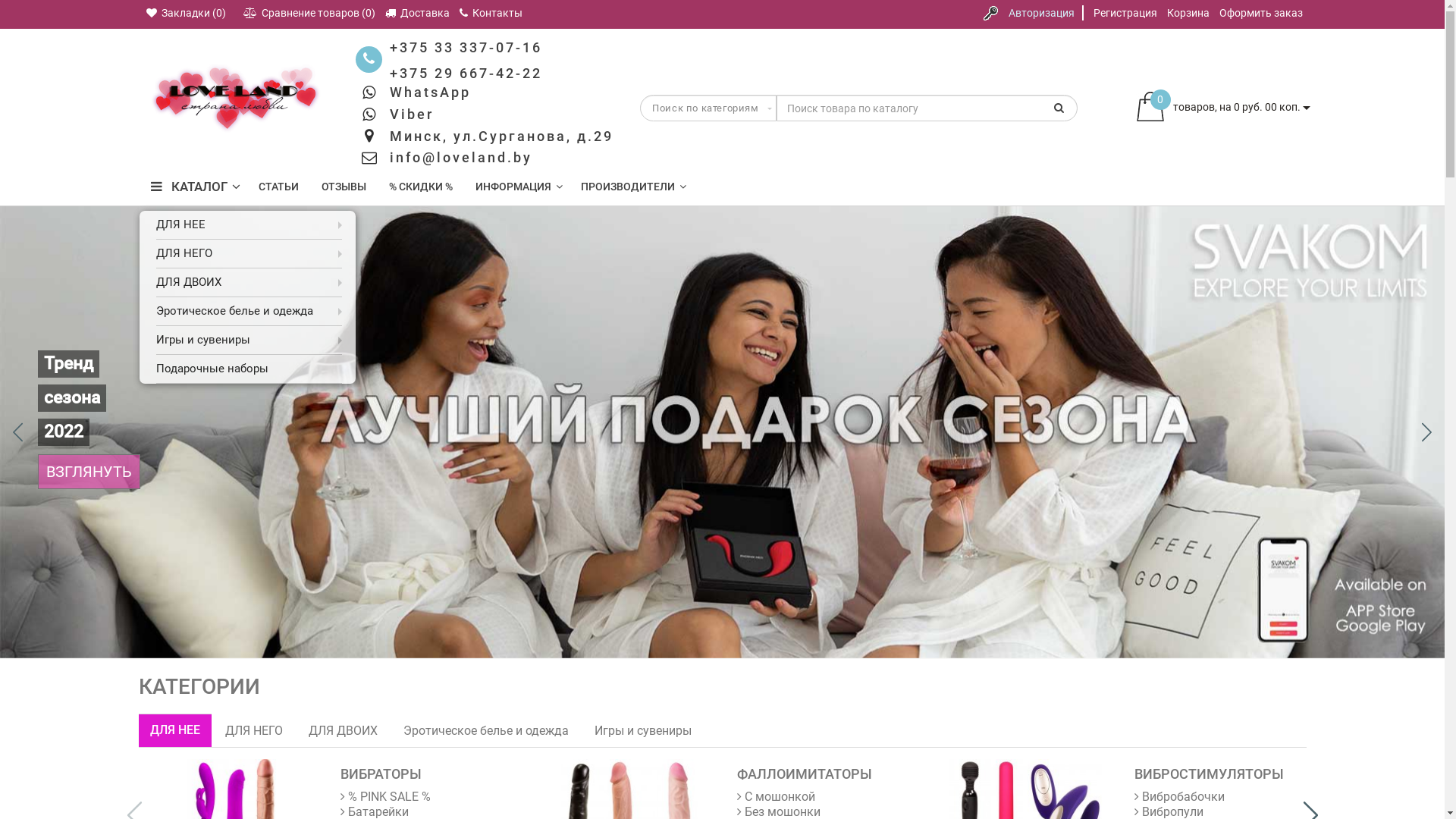 The width and height of the screenshot is (1456, 819). What do you see at coordinates (465, 46) in the screenshot?
I see `'+375 33 337-07-16'` at bounding box center [465, 46].